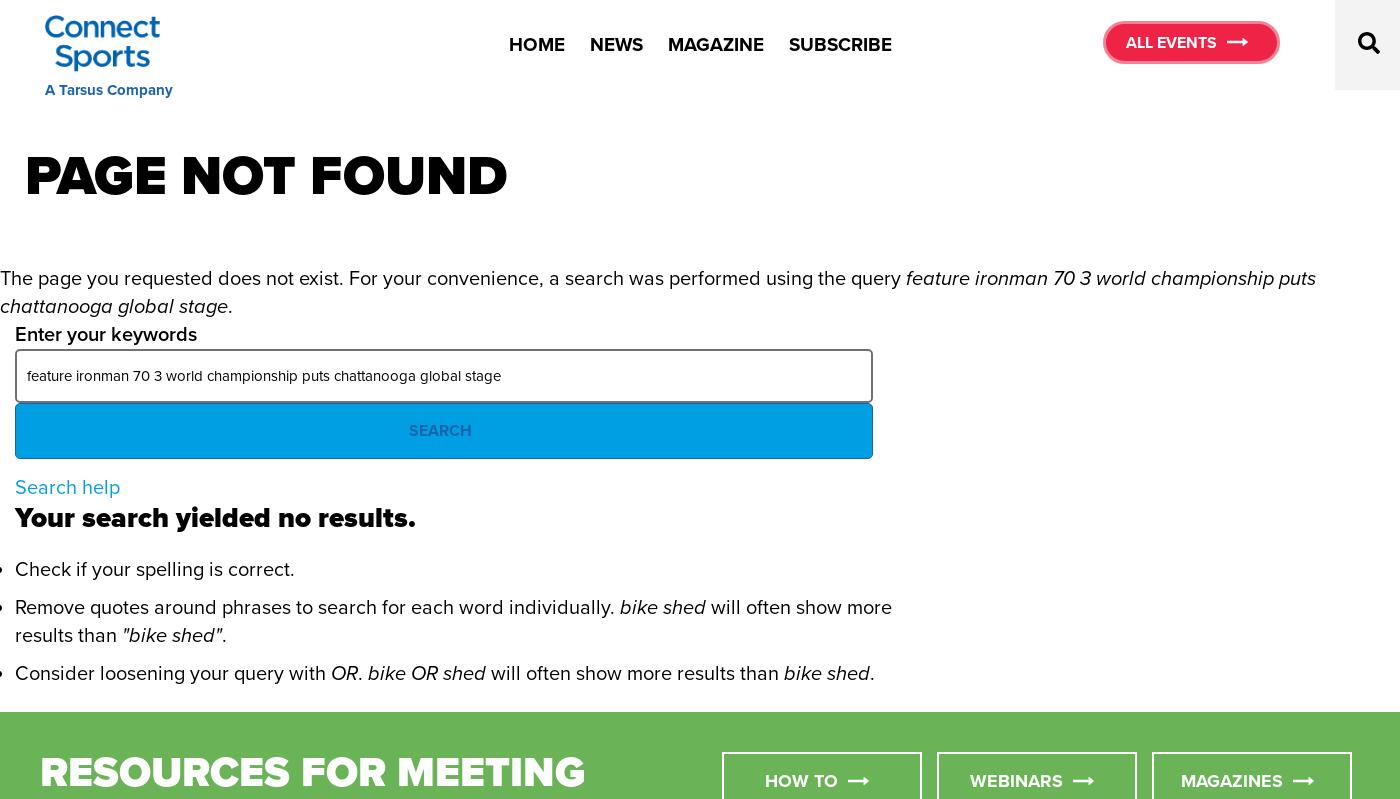 Image resolution: width=1400 pixels, height=799 pixels. What do you see at coordinates (215, 517) in the screenshot?
I see `'Your search yielded no results.'` at bounding box center [215, 517].